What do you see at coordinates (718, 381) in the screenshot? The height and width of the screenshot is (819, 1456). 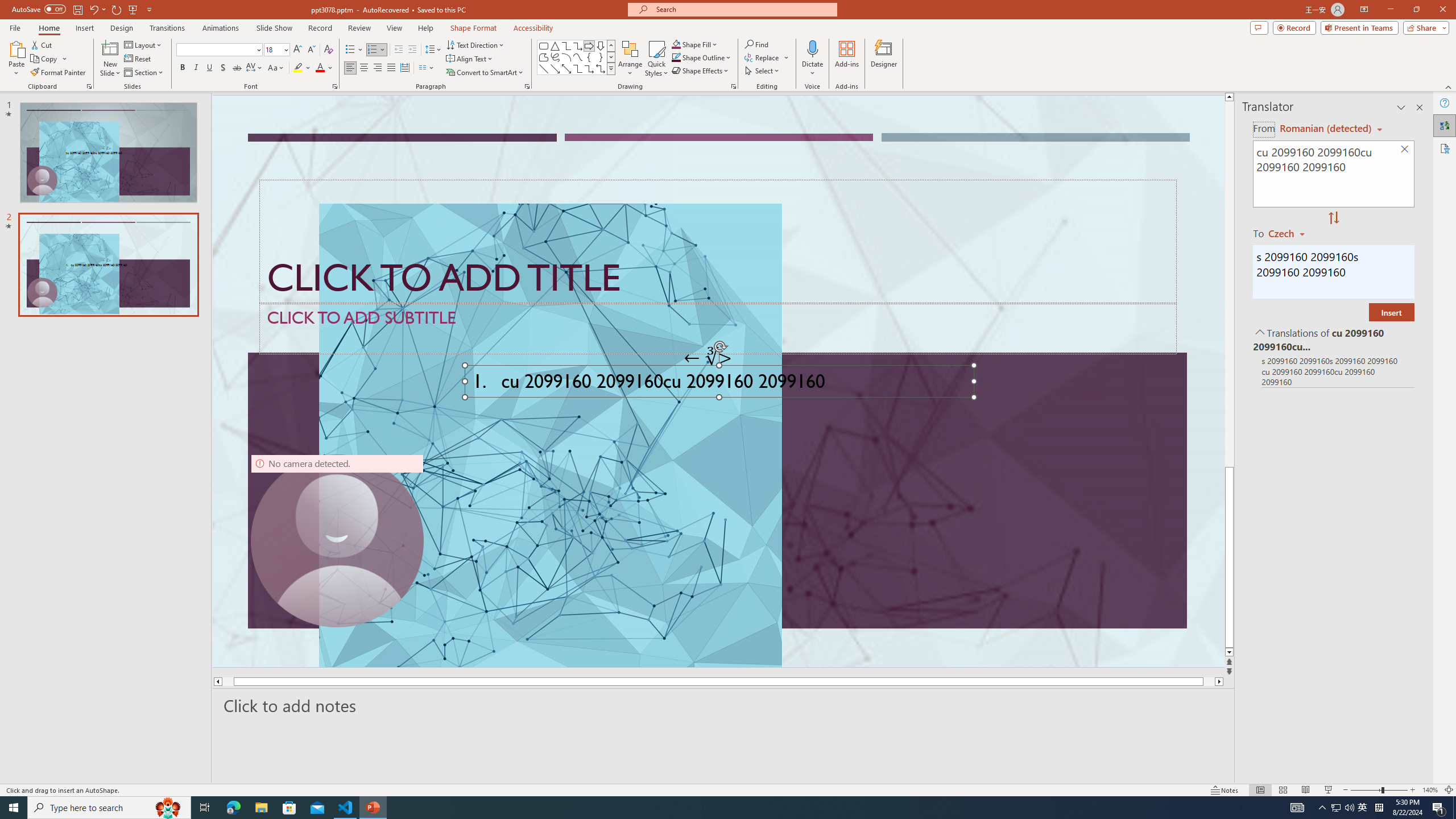 I see `'An abstract genetic concept'` at bounding box center [718, 381].